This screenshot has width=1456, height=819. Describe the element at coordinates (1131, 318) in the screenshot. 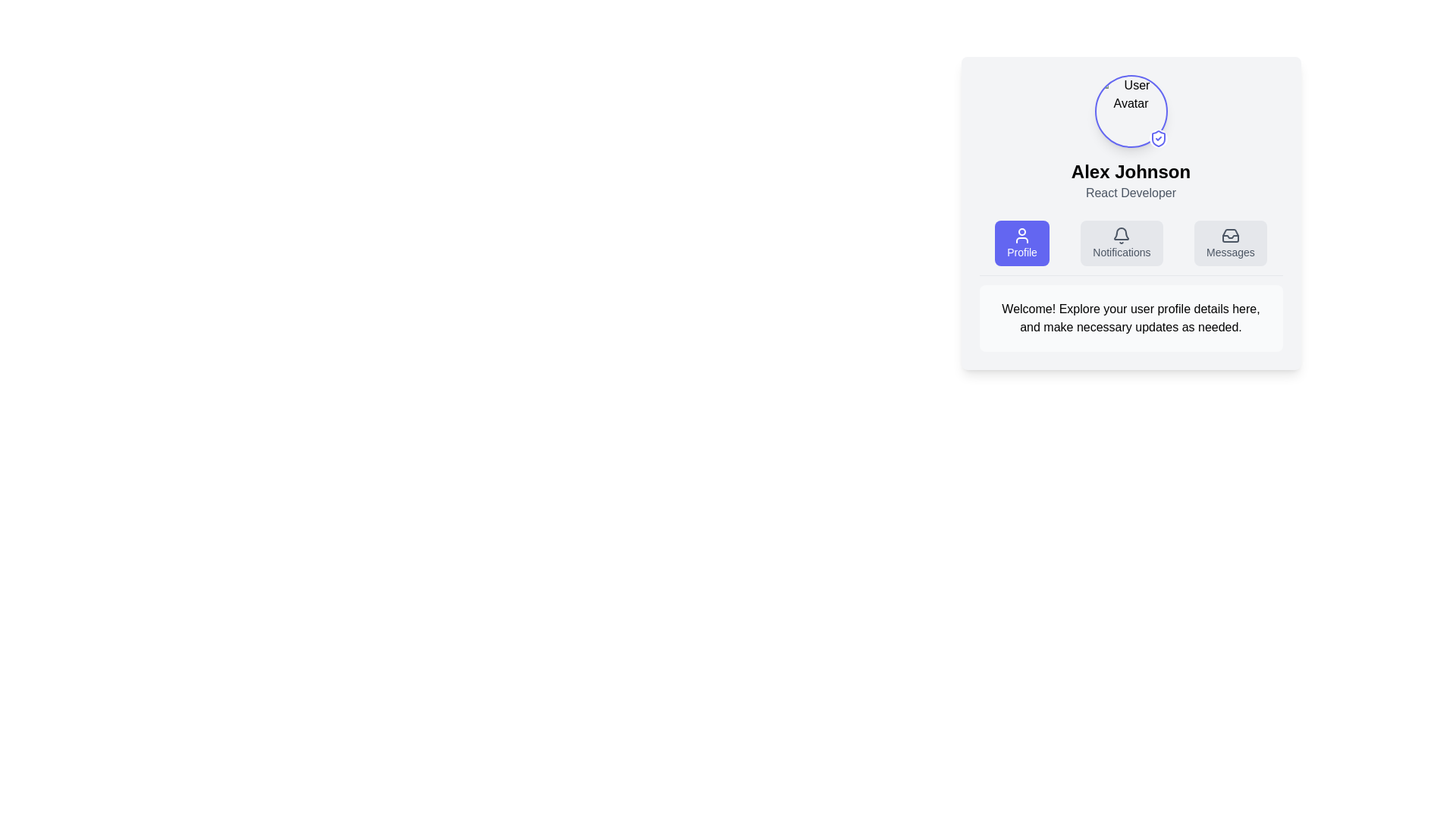

I see `the informative Text block that provides user instructions, located below the navigational options in the card component` at that location.